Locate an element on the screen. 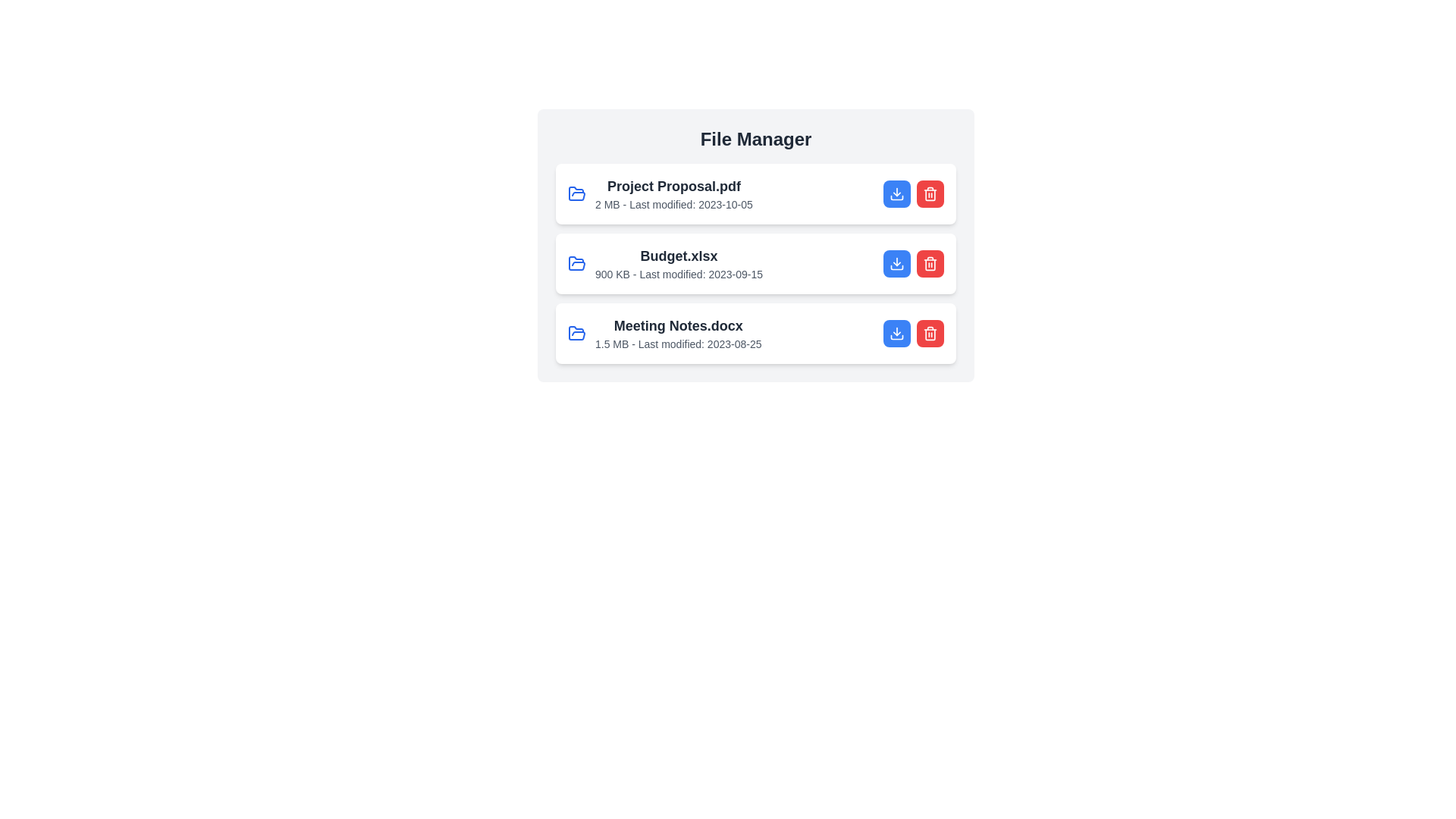 The width and height of the screenshot is (1456, 819). the file Budget.xlsx by clicking its corresponding delete button is located at coordinates (930, 262).